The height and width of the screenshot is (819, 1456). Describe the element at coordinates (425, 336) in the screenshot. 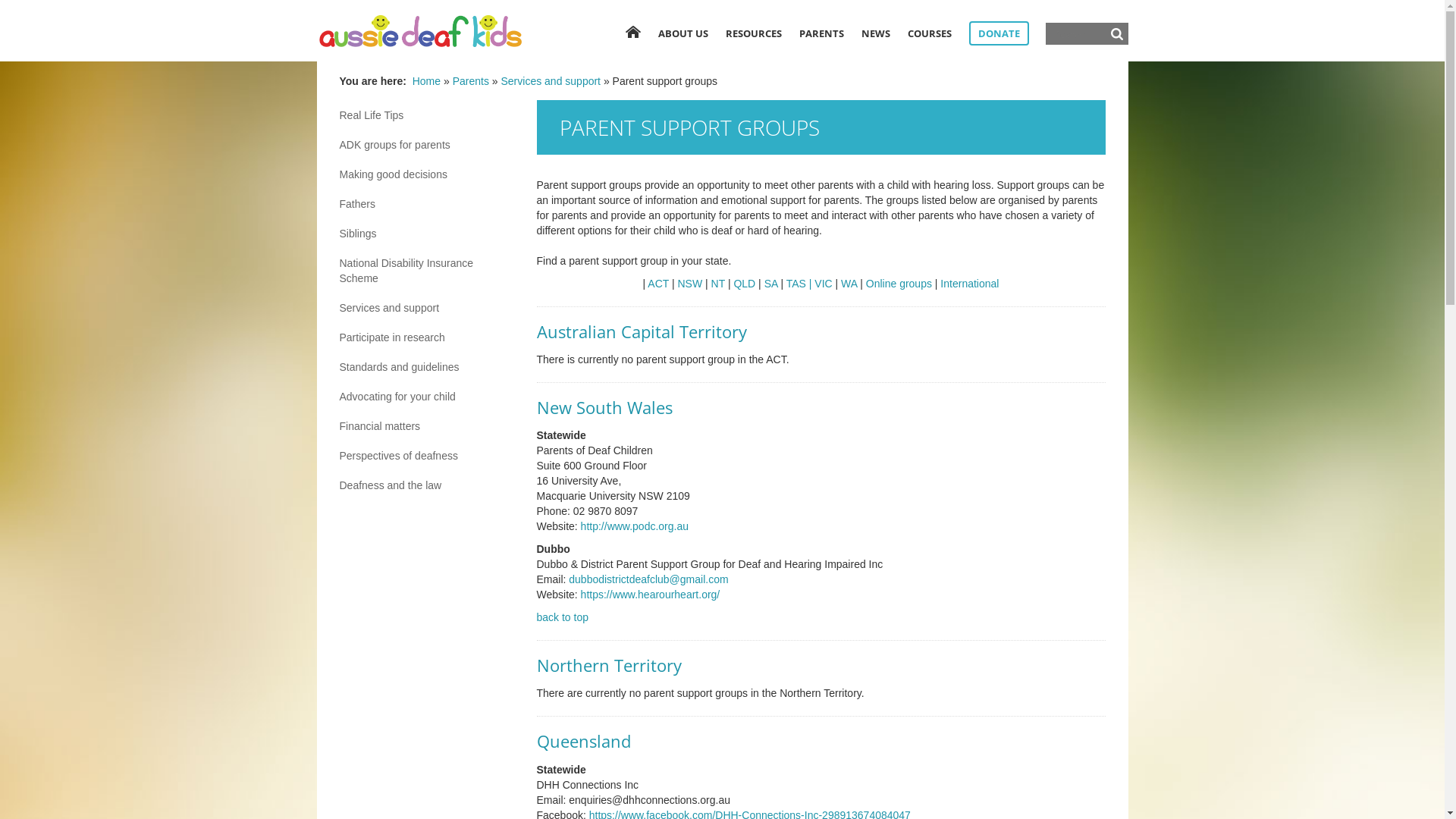

I see `'Participate in research'` at that location.